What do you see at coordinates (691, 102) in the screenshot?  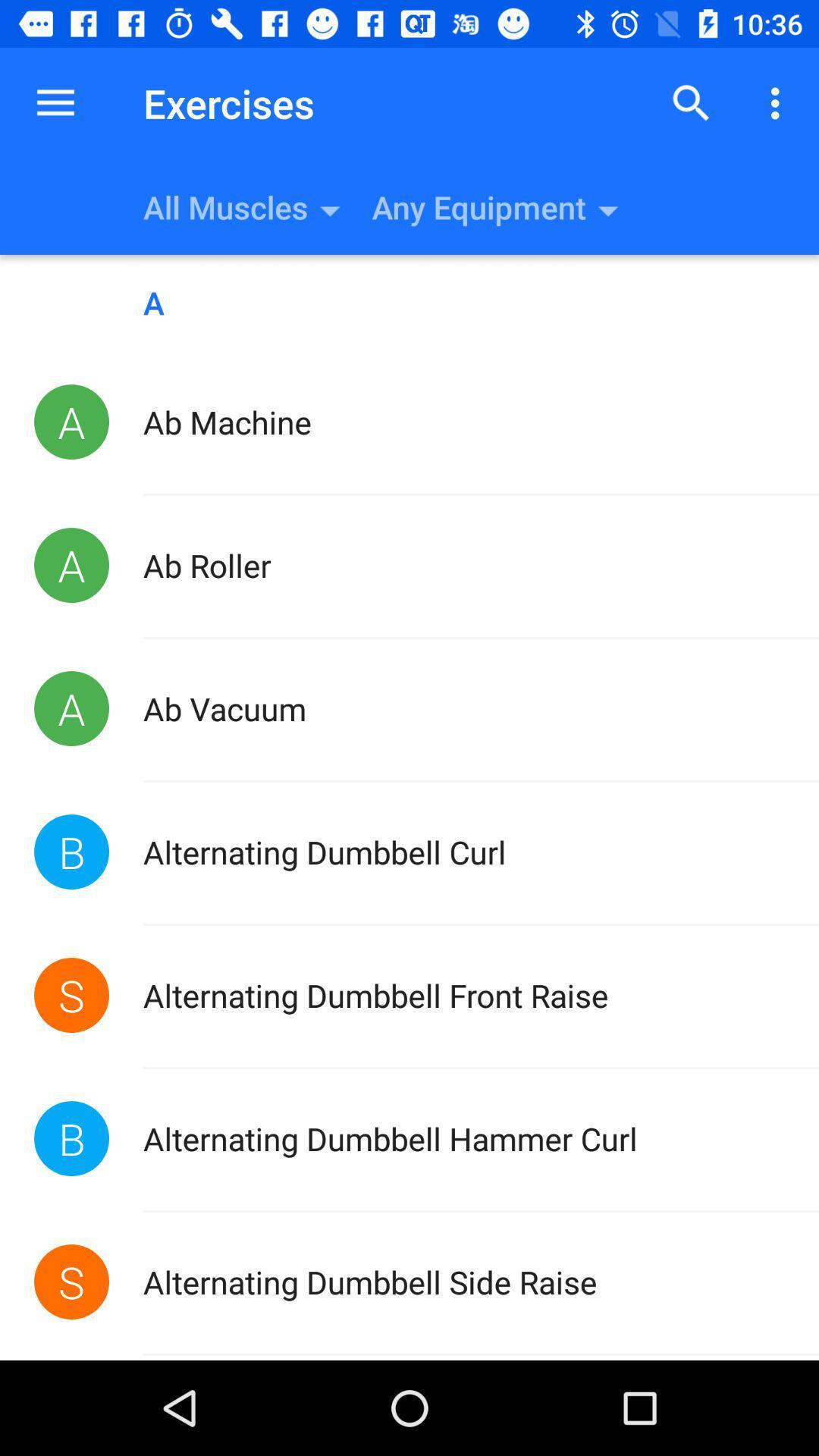 I see `the item to the right of exercises item` at bounding box center [691, 102].